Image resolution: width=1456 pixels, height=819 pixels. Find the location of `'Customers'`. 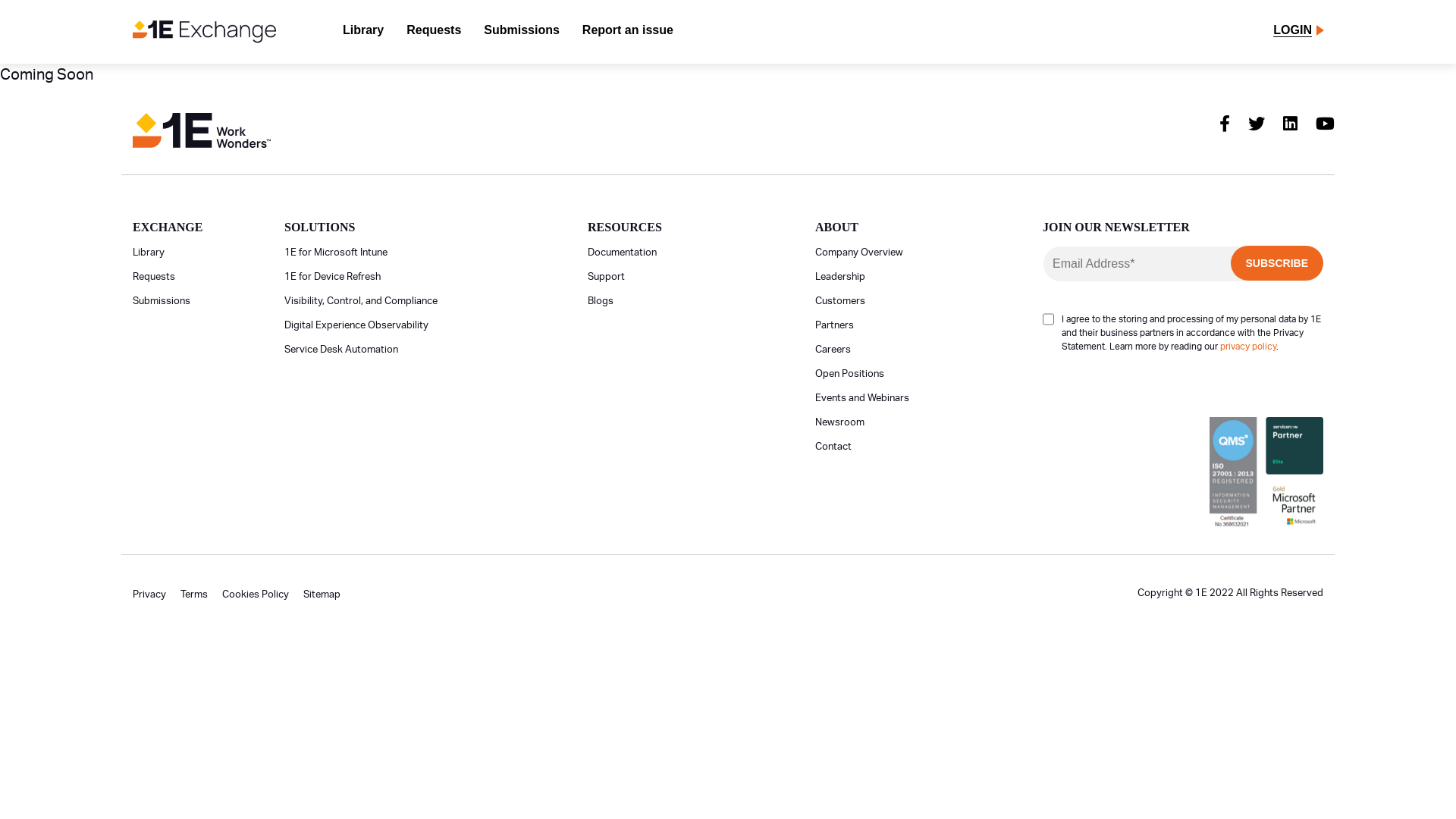

'Customers' is located at coordinates (839, 301).